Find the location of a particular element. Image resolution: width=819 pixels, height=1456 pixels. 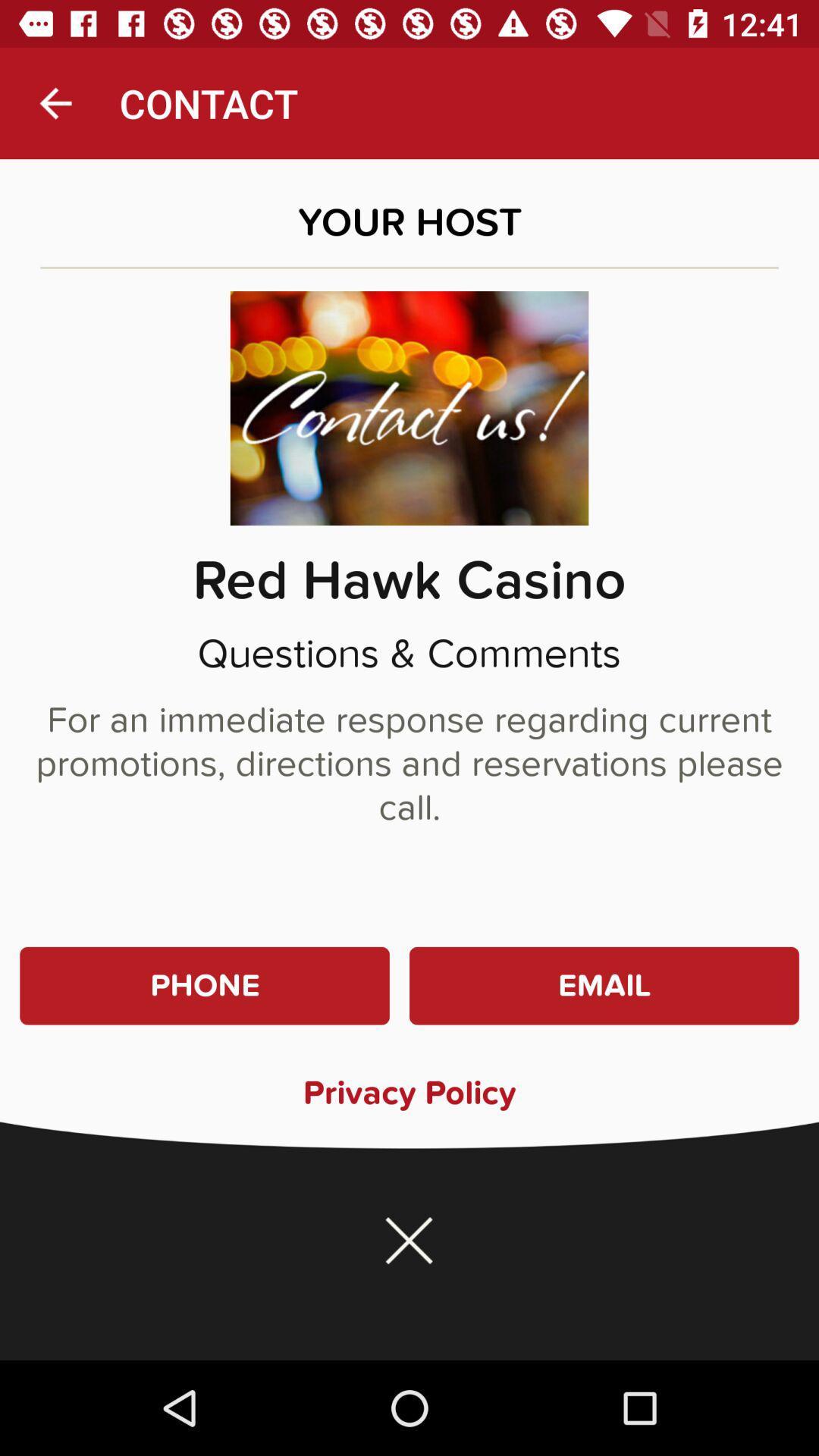

icon to the left of the contact app is located at coordinates (55, 102).